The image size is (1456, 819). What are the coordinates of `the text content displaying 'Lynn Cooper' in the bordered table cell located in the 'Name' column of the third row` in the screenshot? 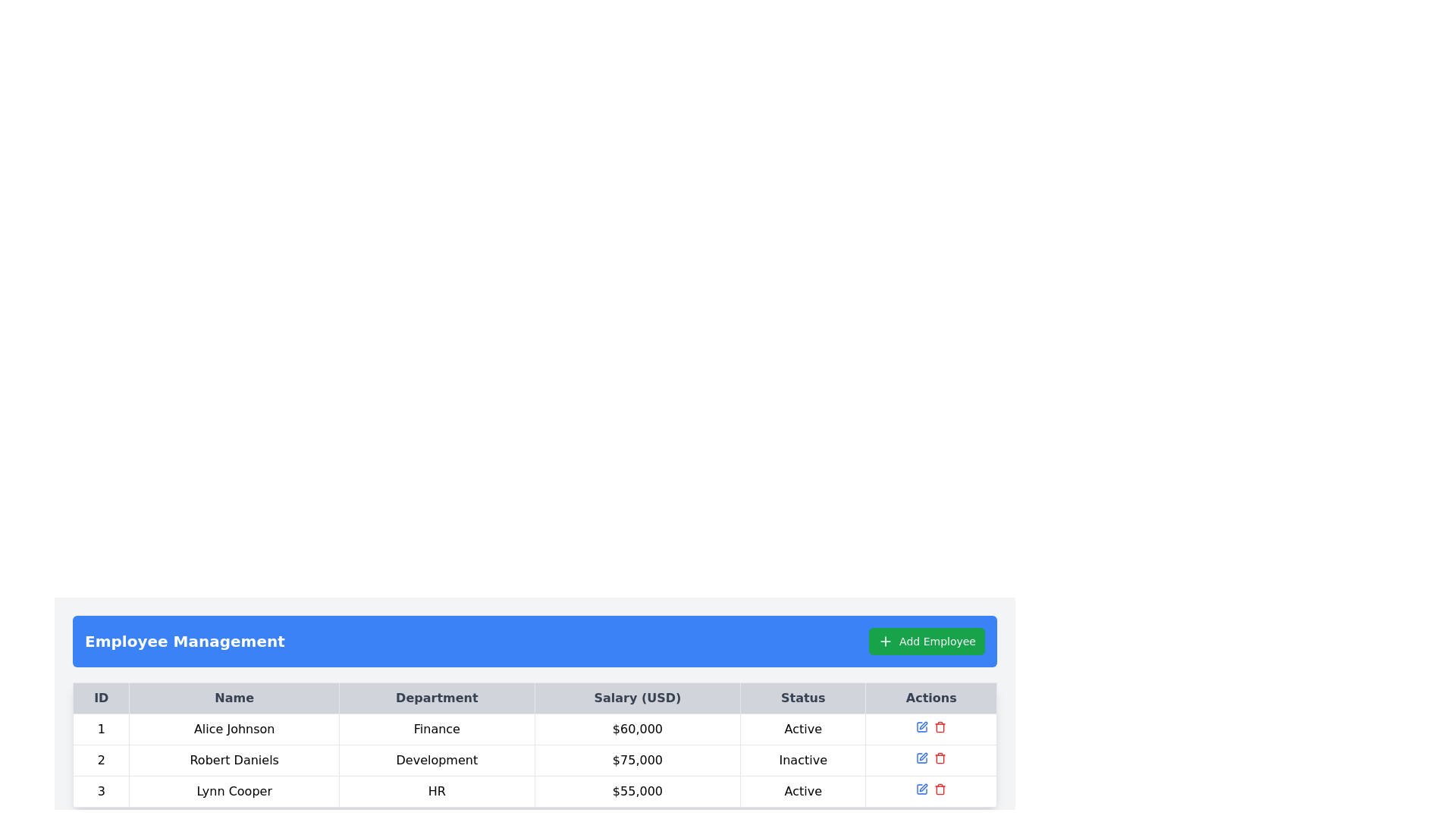 It's located at (234, 791).